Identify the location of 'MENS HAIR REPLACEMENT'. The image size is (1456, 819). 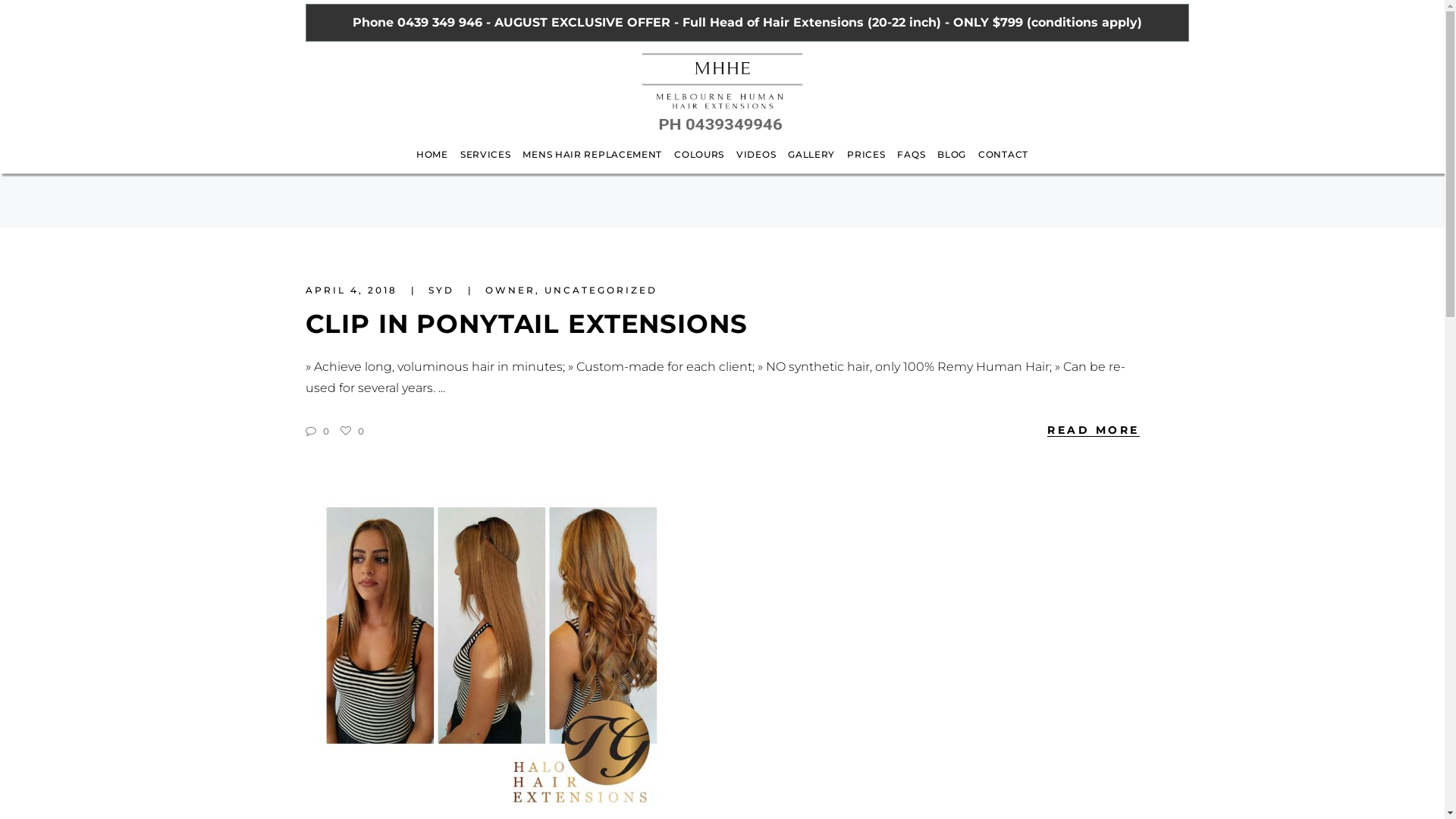
(591, 164).